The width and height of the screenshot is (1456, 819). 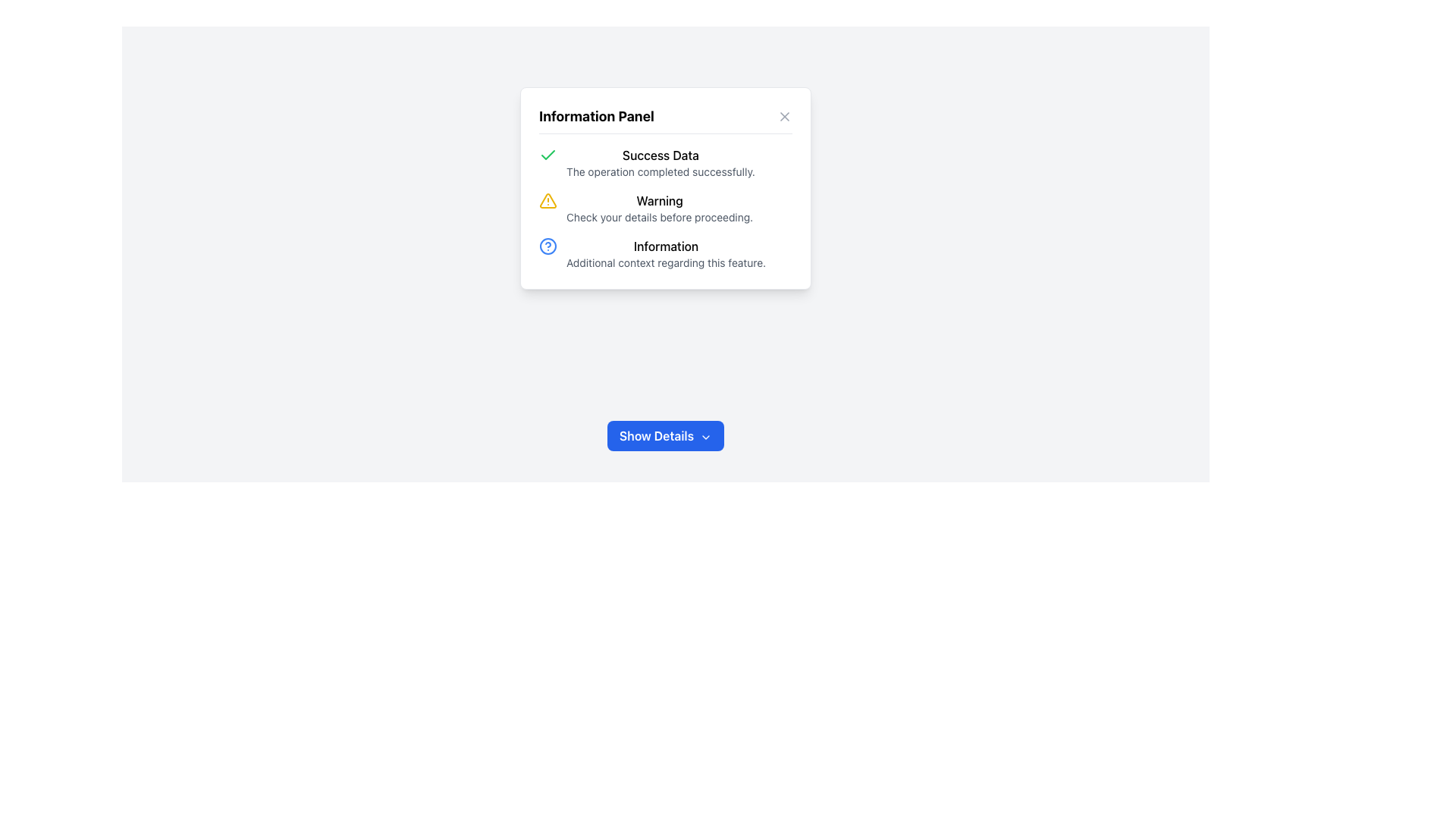 What do you see at coordinates (785, 116) in the screenshot?
I see `the 'X' icon button located in the top right-hand corner of the 'Information Panel'` at bounding box center [785, 116].